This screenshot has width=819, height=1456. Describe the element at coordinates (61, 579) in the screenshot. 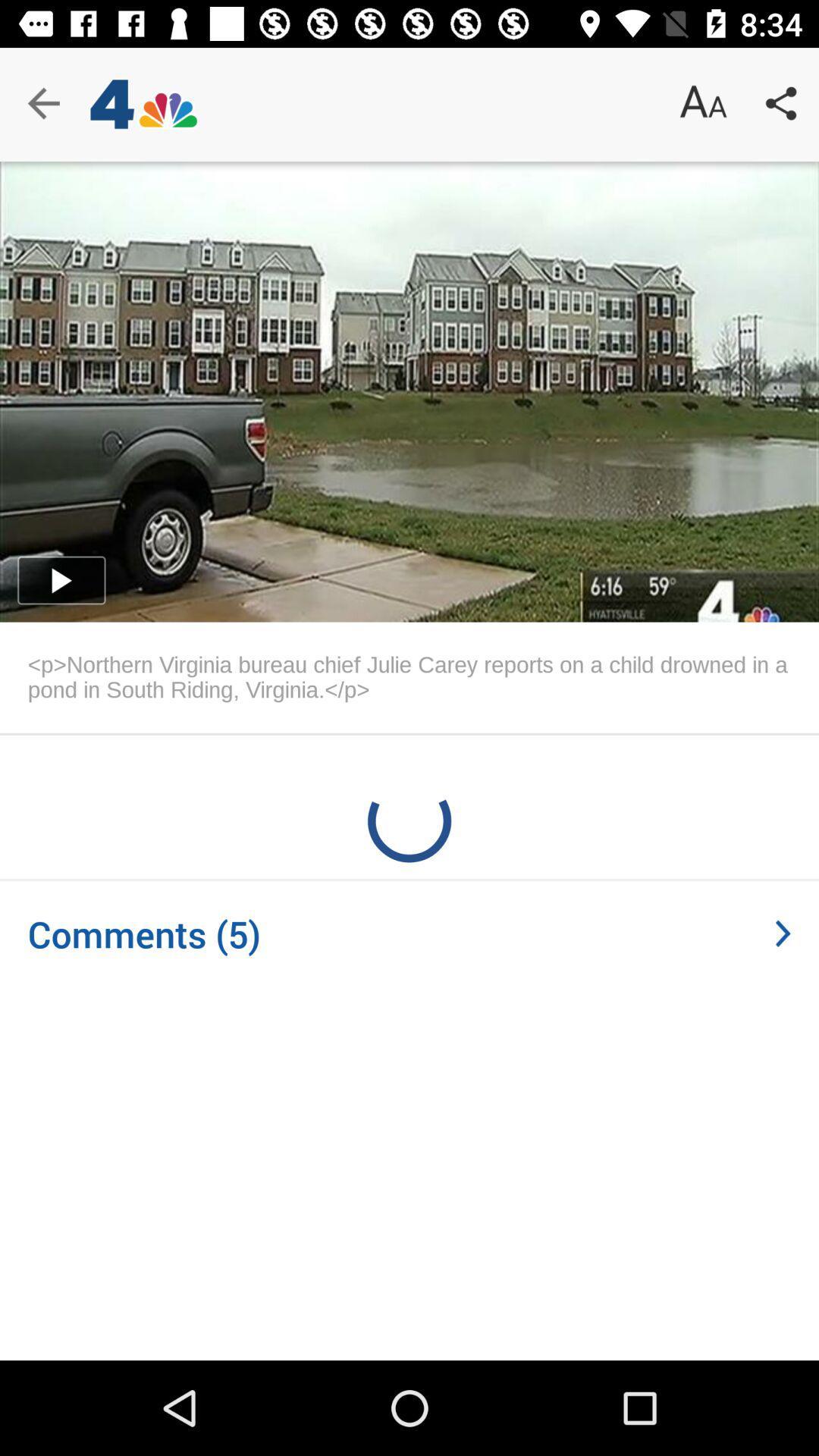

I see `the play icon` at that location.